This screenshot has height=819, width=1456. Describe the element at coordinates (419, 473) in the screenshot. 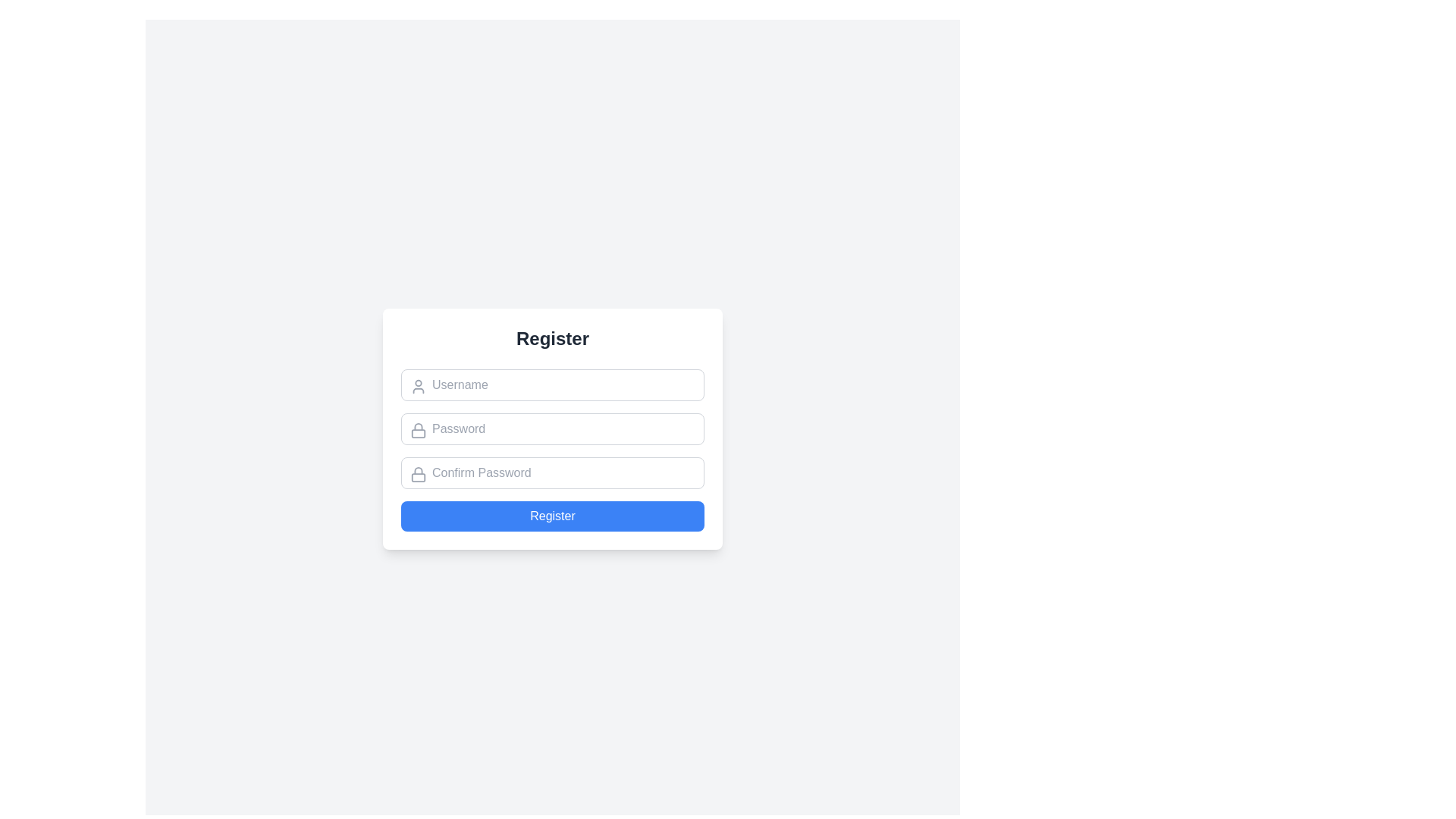

I see `the gray lock icon representing security located inside the 'Confirm Password' text input field on the registration form` at that location.